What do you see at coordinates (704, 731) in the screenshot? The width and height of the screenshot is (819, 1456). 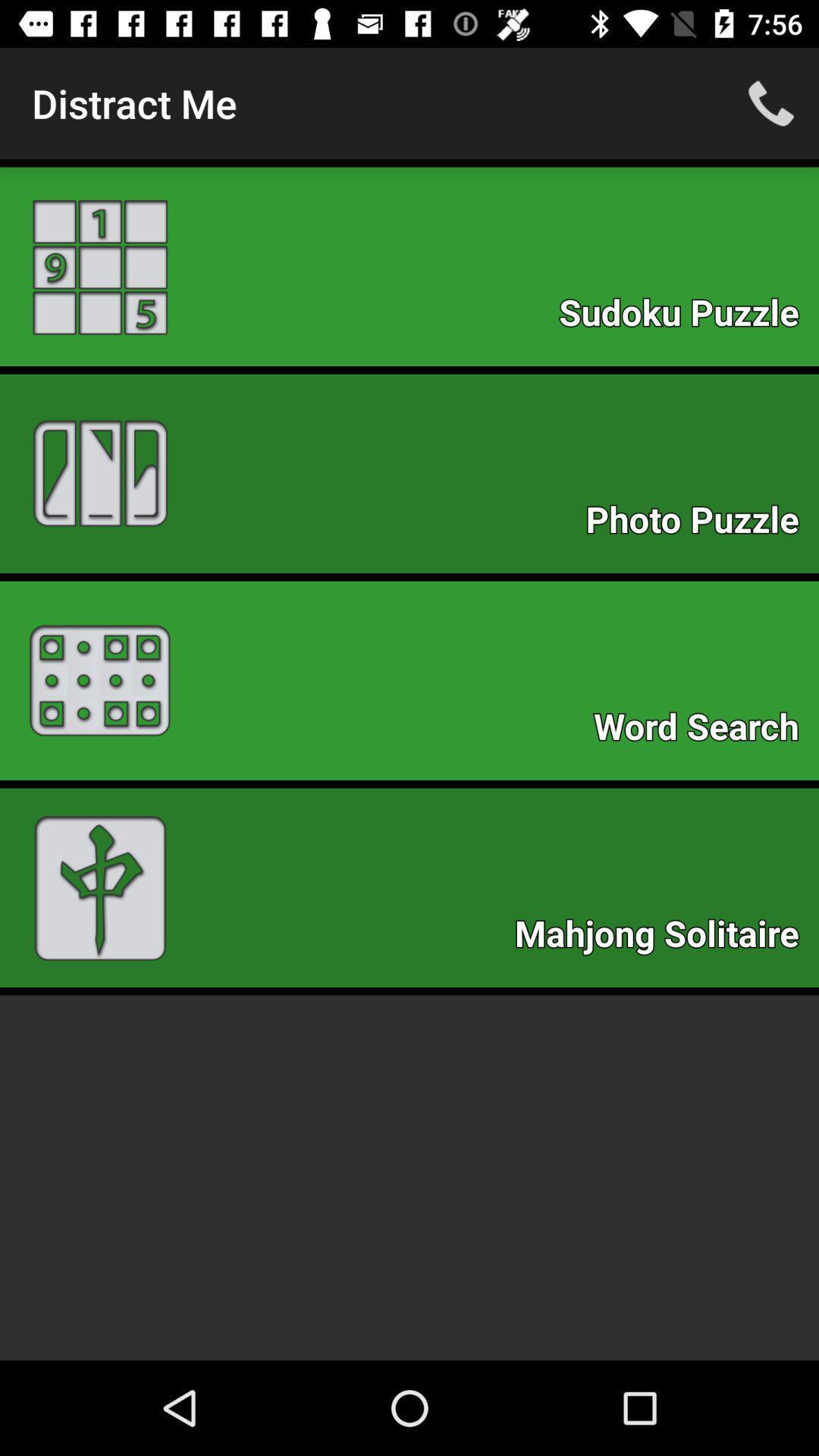 I see `the icon below photo puzzle` at bounding box center [704, 731].